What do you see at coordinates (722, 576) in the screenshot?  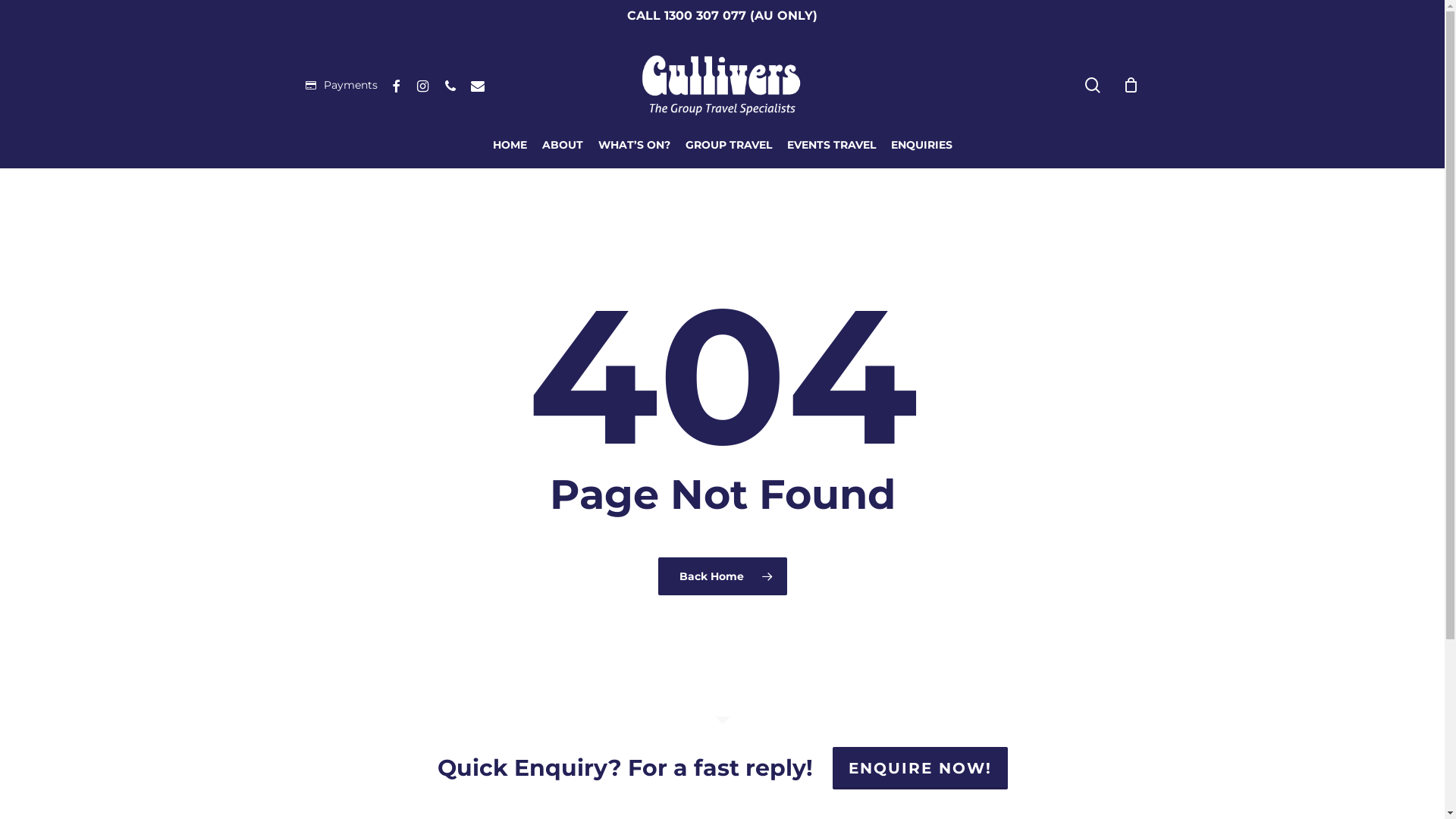 I see `'Back Home'` at bounding box center [722, 576].